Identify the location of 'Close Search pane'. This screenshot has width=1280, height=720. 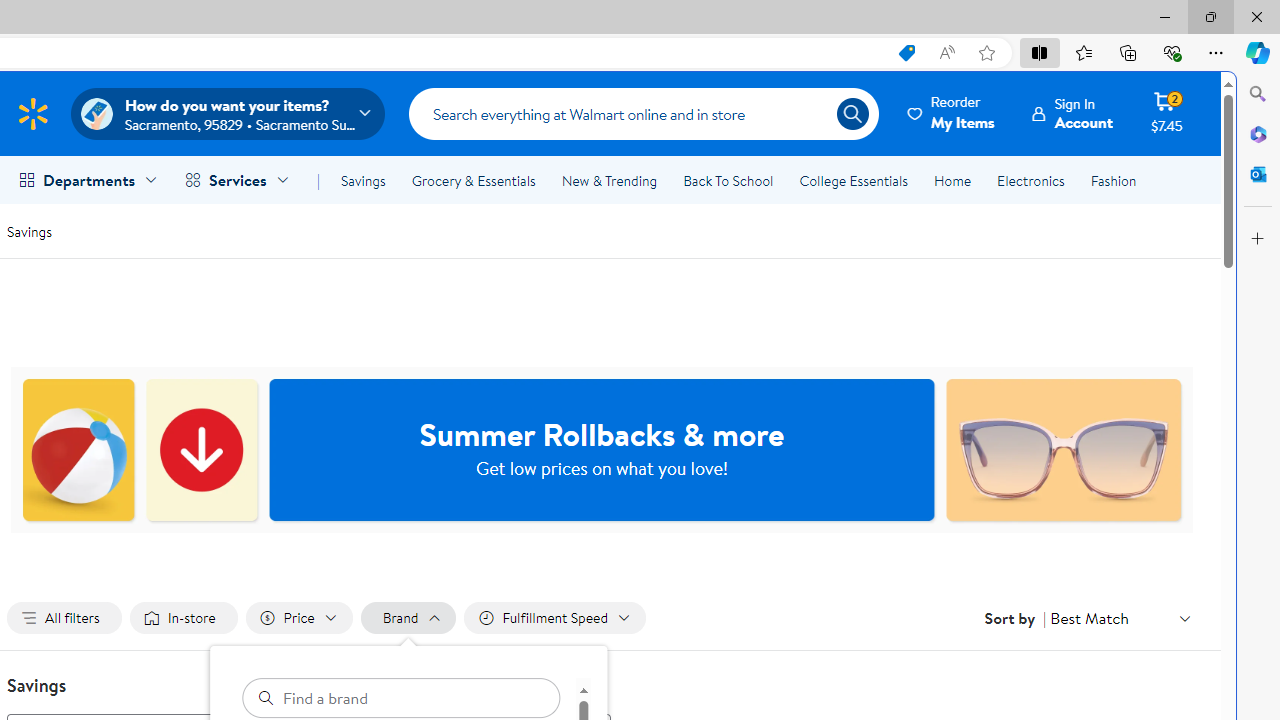
(1257, 94).